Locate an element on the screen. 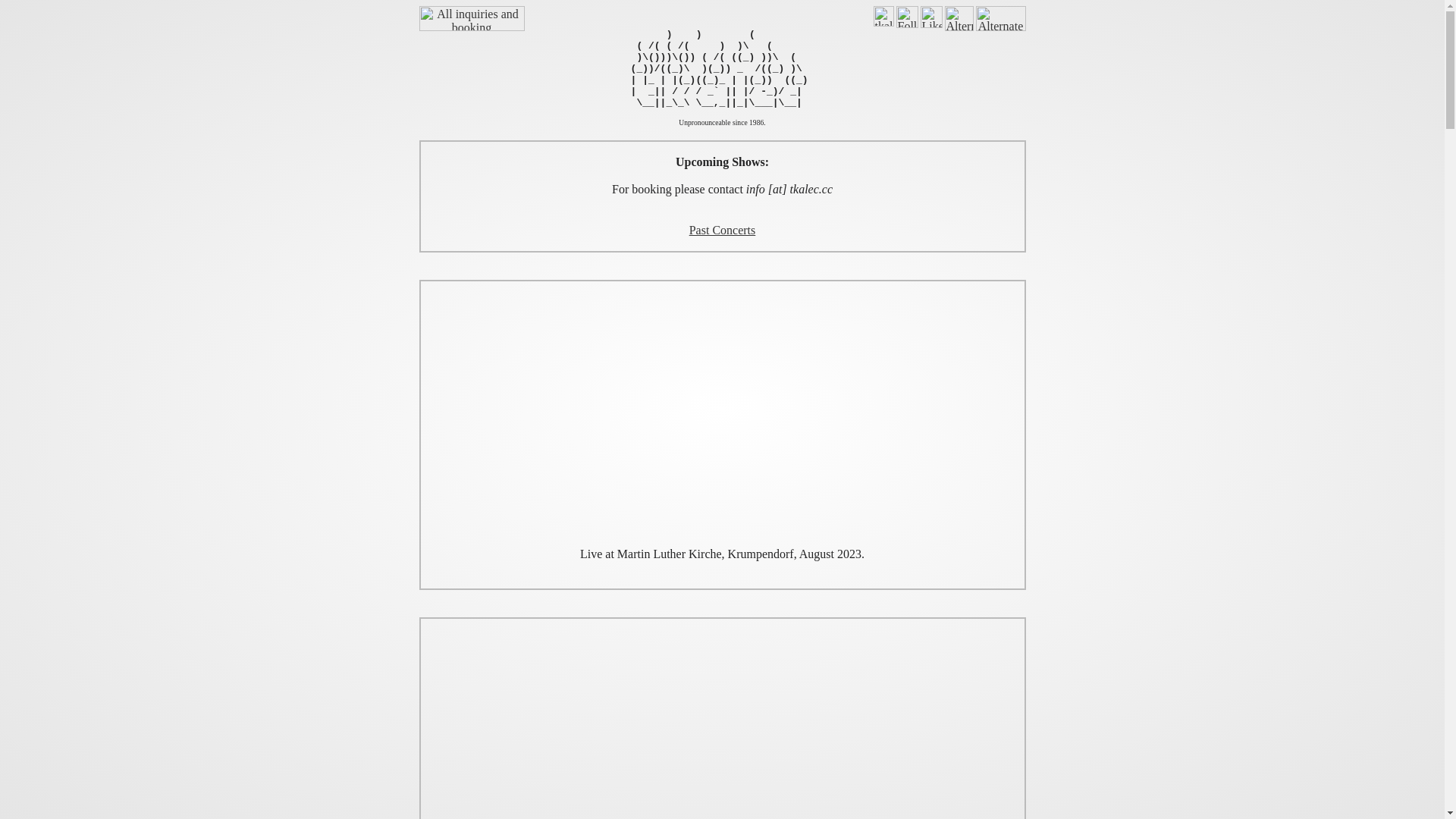  'Connect to the random tweet madness!' is located at coordinates (907, 17).